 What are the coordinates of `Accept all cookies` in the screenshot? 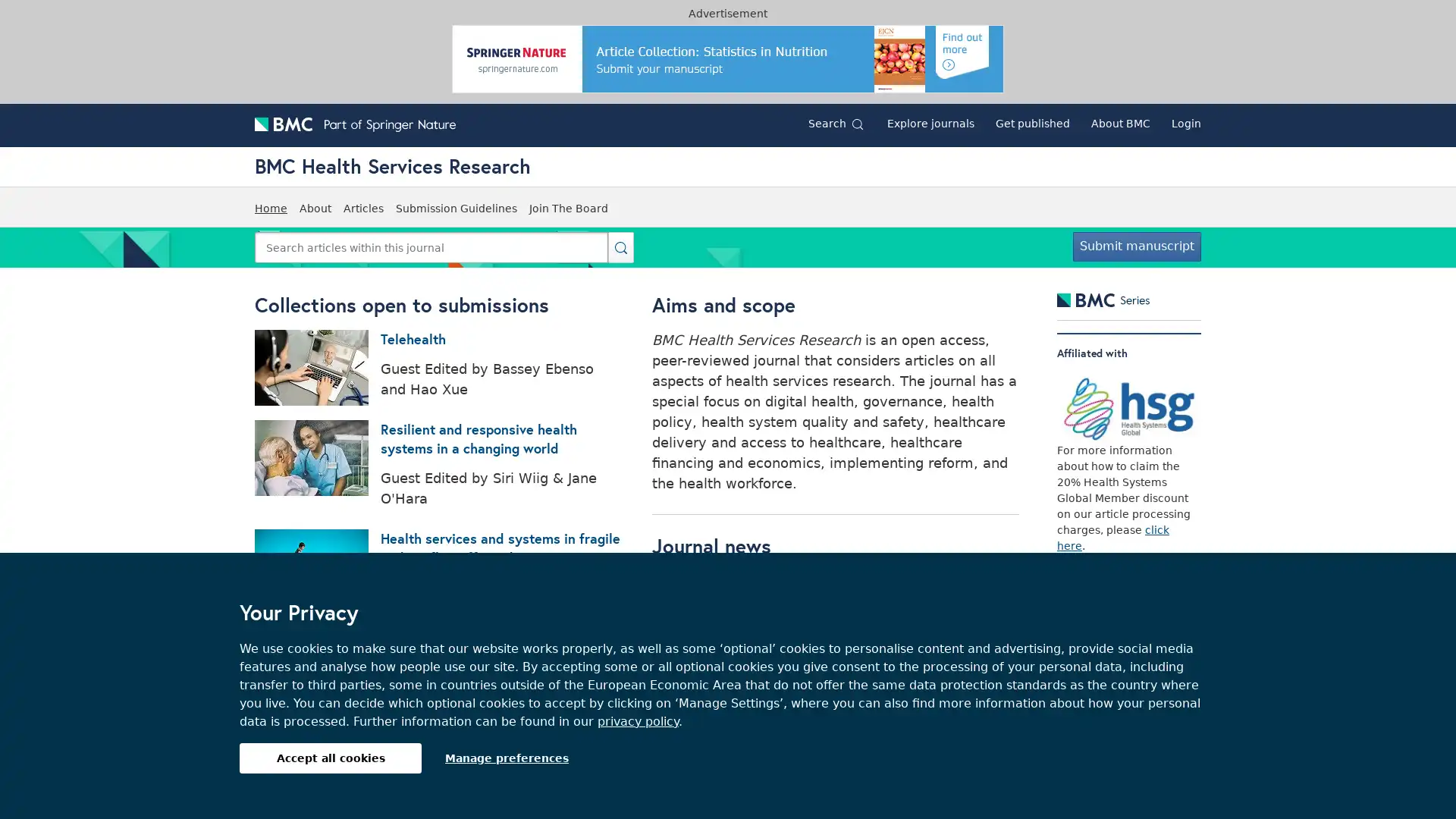 It's located at (330, 758).